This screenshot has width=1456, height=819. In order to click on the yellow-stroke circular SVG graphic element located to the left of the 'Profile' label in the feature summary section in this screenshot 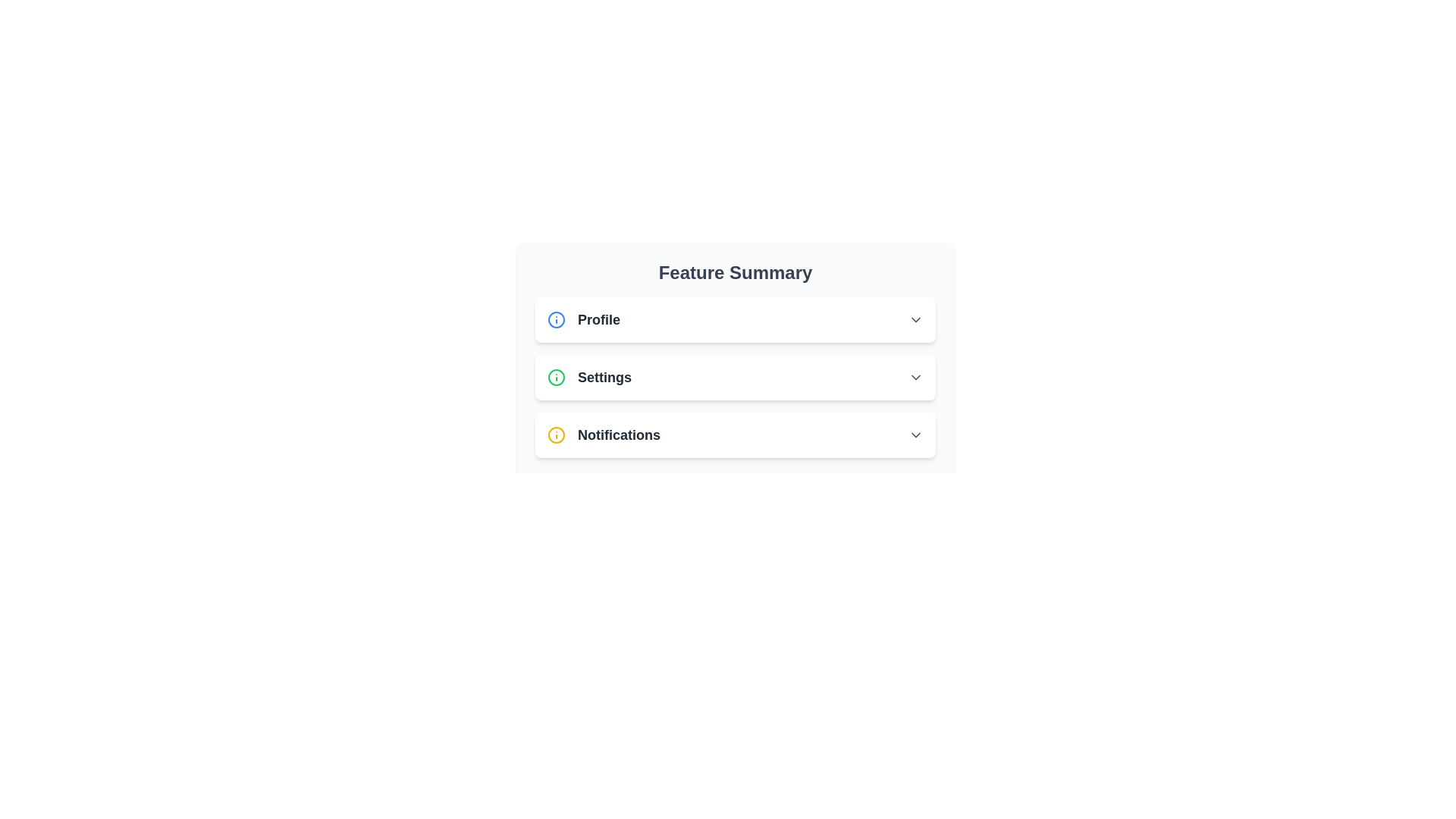, I will do `click(556, 435)`.